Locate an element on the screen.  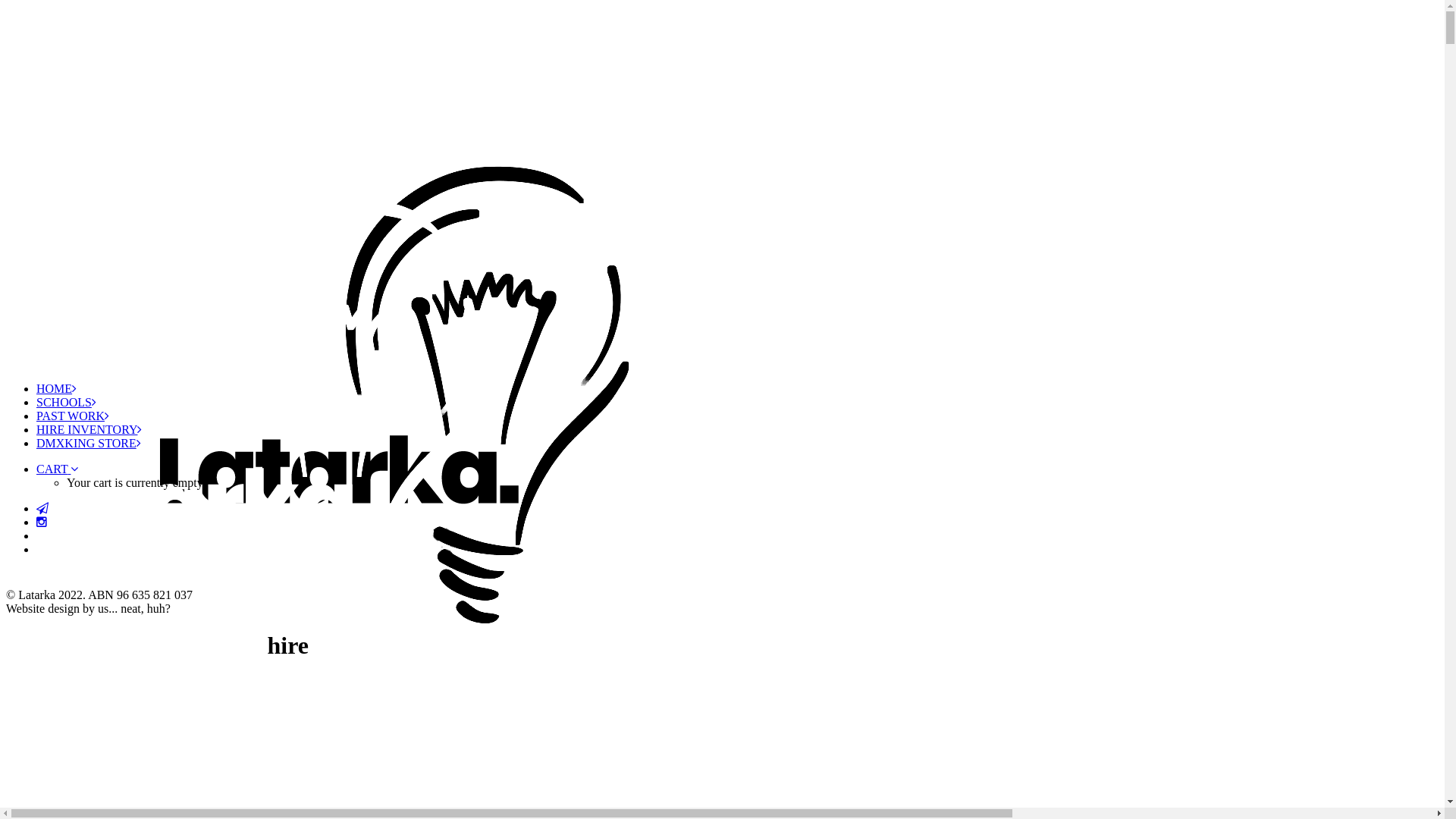
'SCHOOLS' is located at coordinates (65, 401).